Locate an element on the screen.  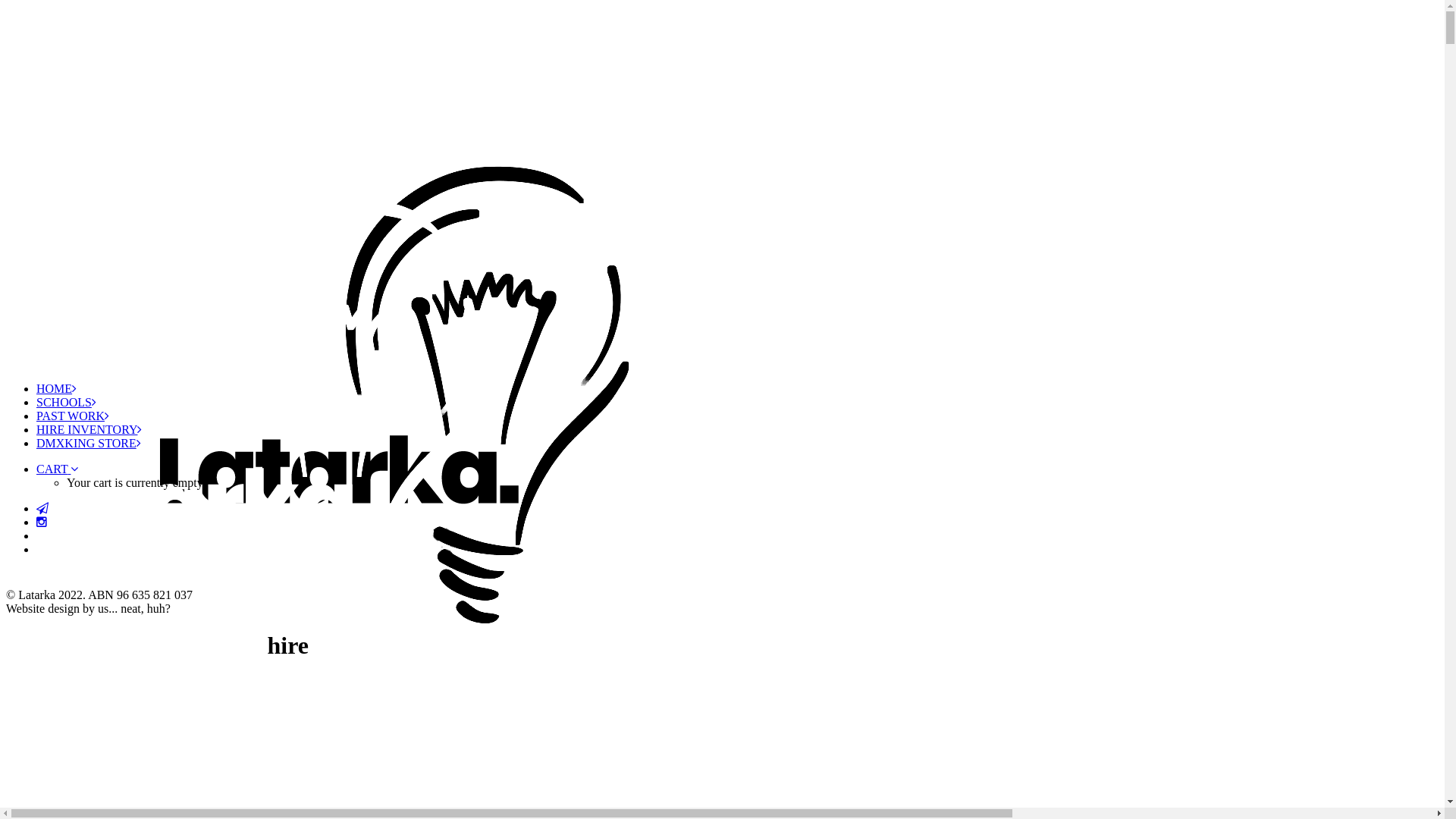
'SCHOOLS' is located at coordinates (65, 401).